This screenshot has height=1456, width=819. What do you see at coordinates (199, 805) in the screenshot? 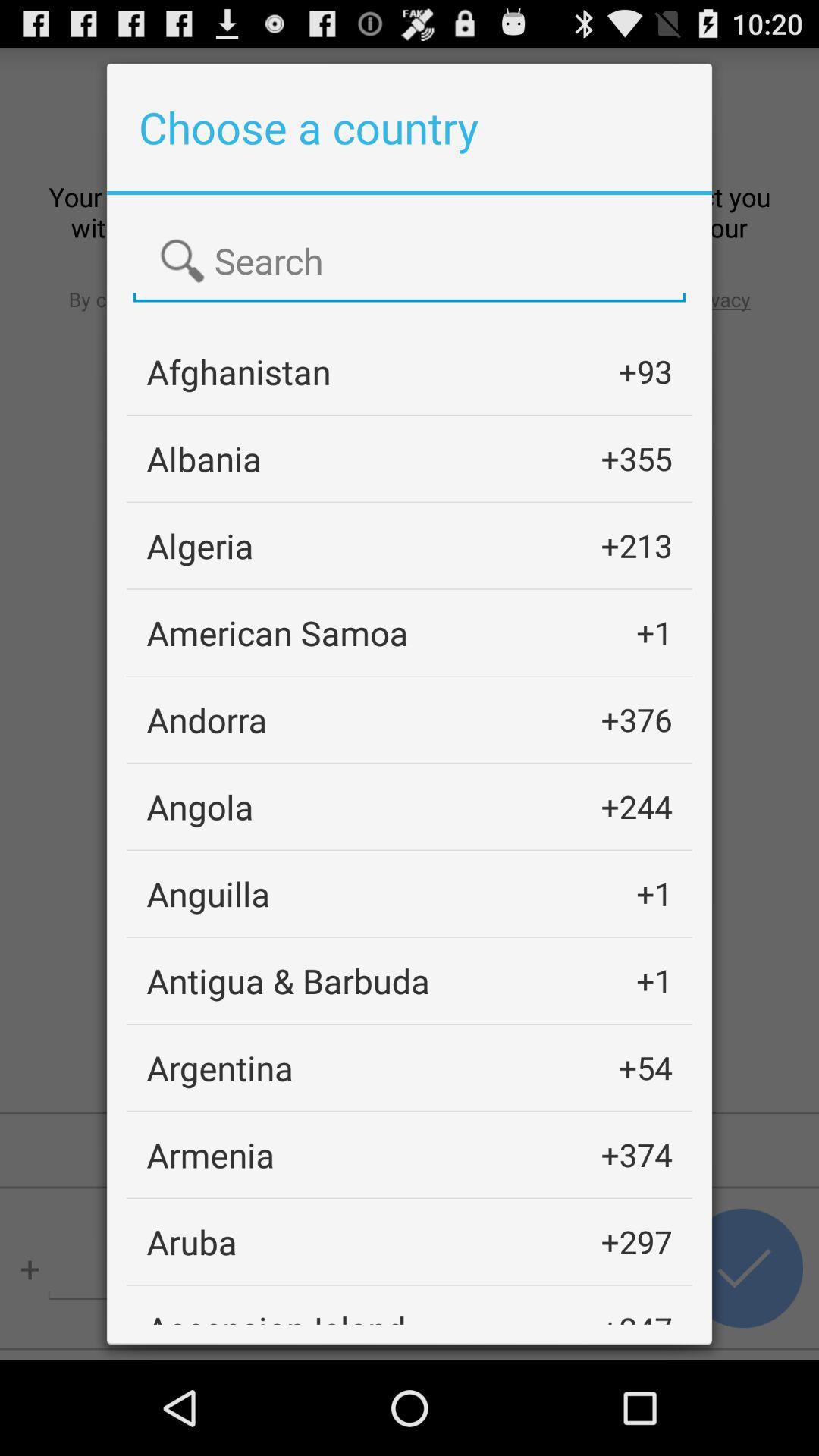
I see `the angola item` at bounding box center [199, 805].